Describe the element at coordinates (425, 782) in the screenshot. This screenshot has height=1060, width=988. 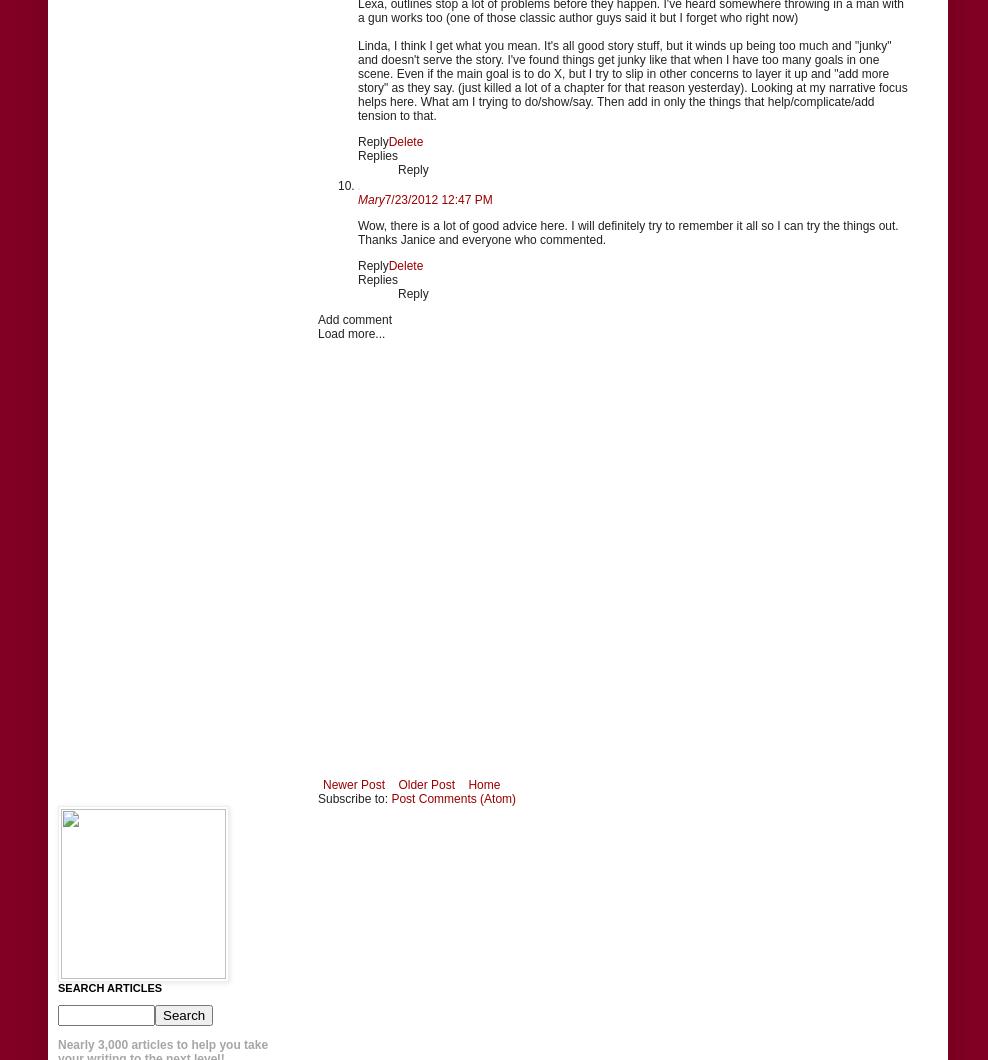
I see `'Older Post'` at that location.